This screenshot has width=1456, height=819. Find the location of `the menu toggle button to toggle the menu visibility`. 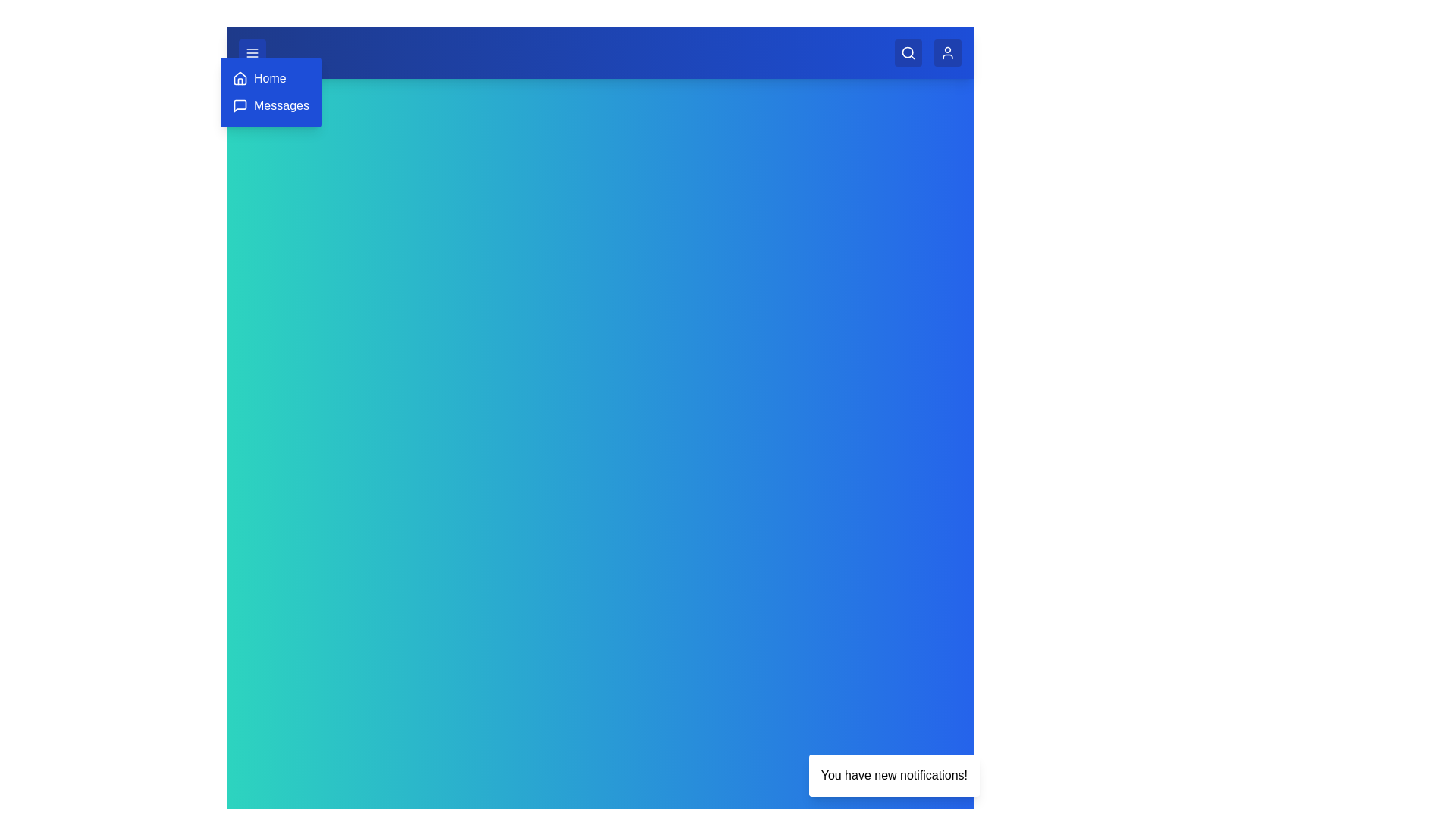

the menu toggle button to toggle the menu visibility is located at coordinates (252, 52).